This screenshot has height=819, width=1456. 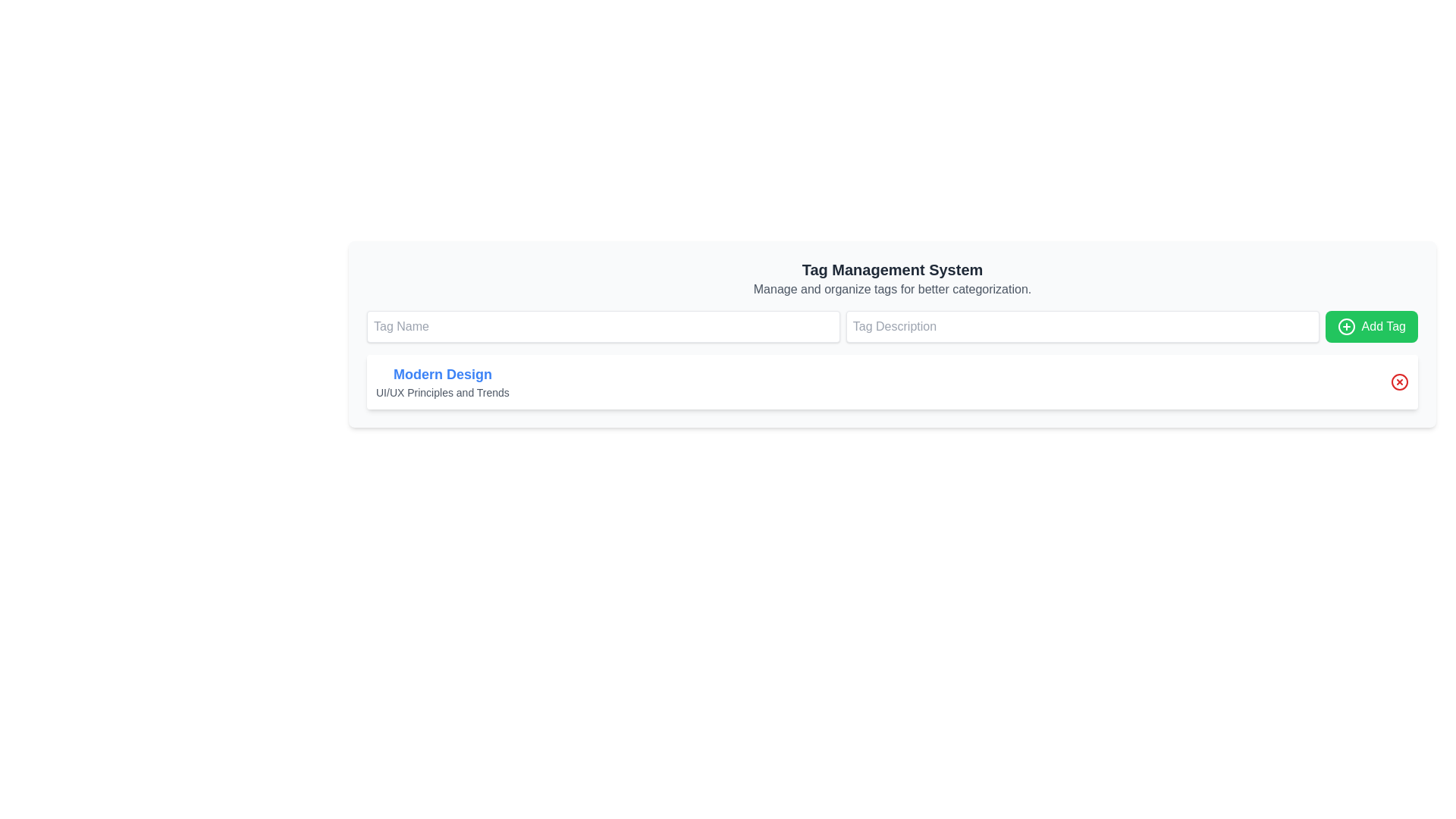 What do you see at coordinates (1399, 381) in the screenshot?
I see `the delete icon located in the bottom-right corner of the tag item` at bounding box center [1399, 381].